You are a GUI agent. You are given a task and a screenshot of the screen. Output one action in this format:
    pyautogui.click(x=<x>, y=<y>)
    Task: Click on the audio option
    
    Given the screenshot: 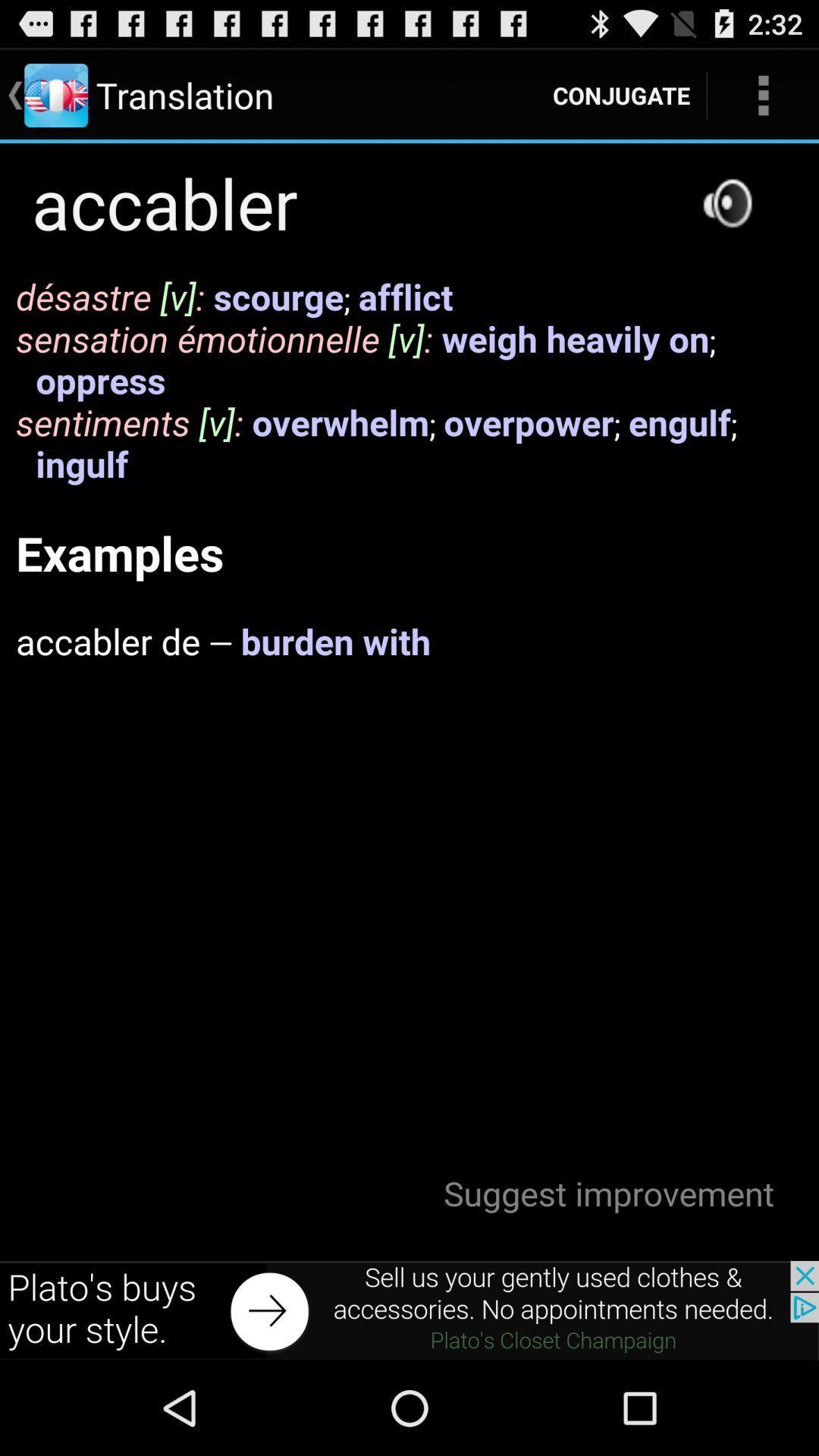 What is the action you would take?
    pyautogui.click(x=726, y=202)
    